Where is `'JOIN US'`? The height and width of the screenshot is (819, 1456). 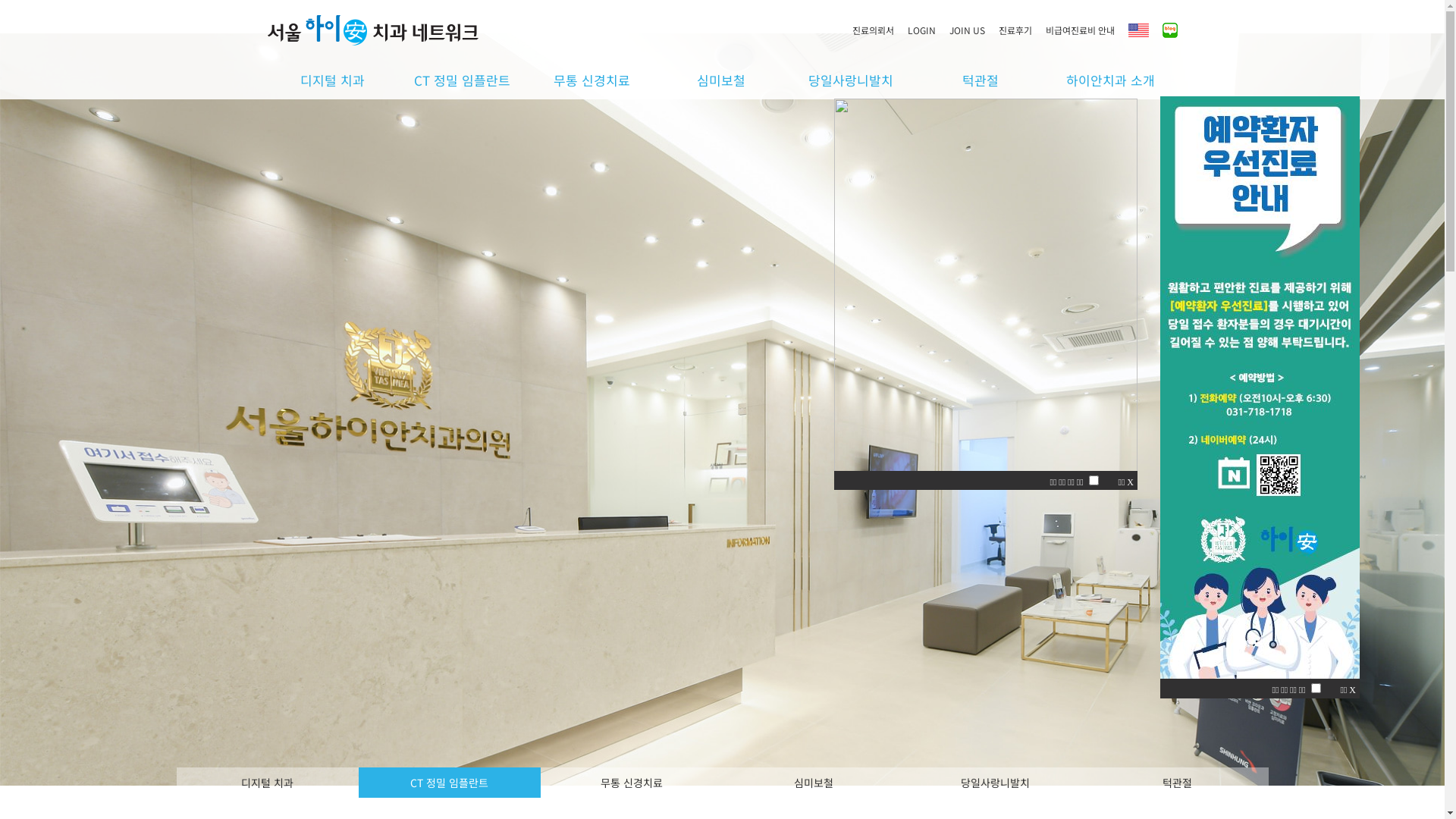 'JOIN US' is located at coordinates (972, 30).